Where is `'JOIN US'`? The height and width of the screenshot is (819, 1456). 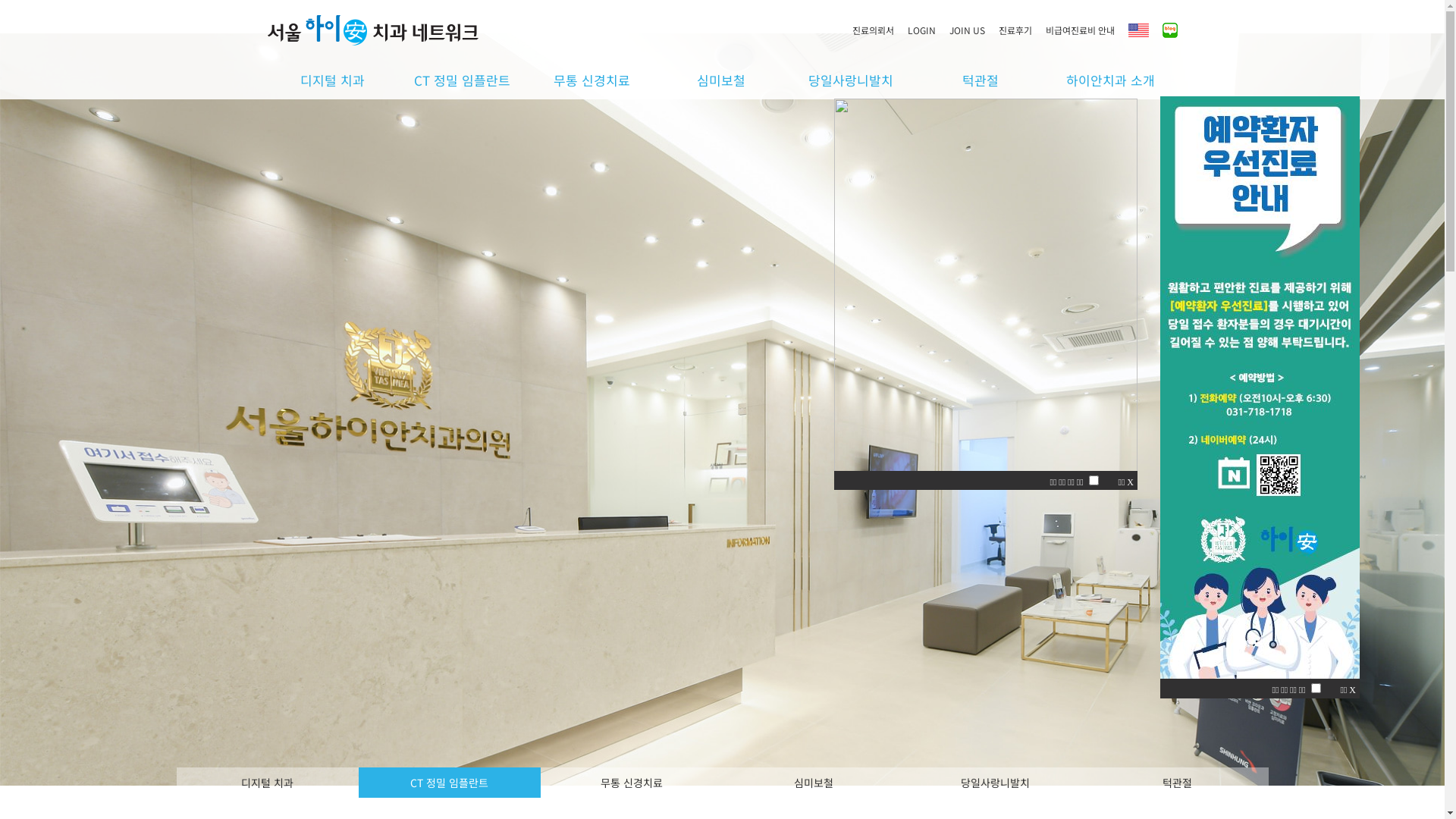 'JOIN US' is located at coordinates (972, 30).